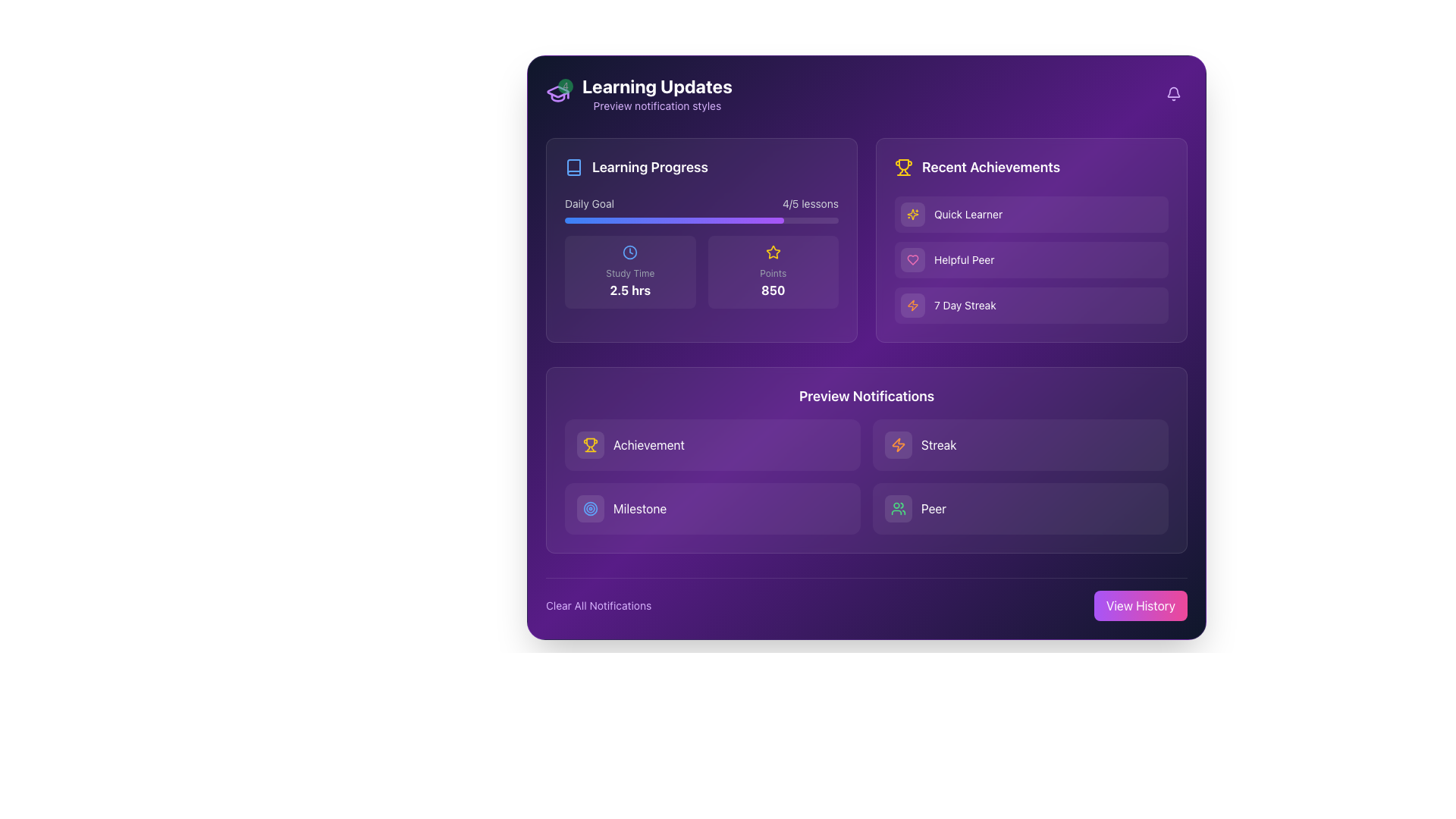 Image resolution: width=1456 pixels, height=819 pixels. Describe the element at coordinates (866, 459) in the screenshot. I see `to select text within the interactive notification panel located centrally beneath the 'Learning Progress' and 'Recent Achievements' sections` at that location.